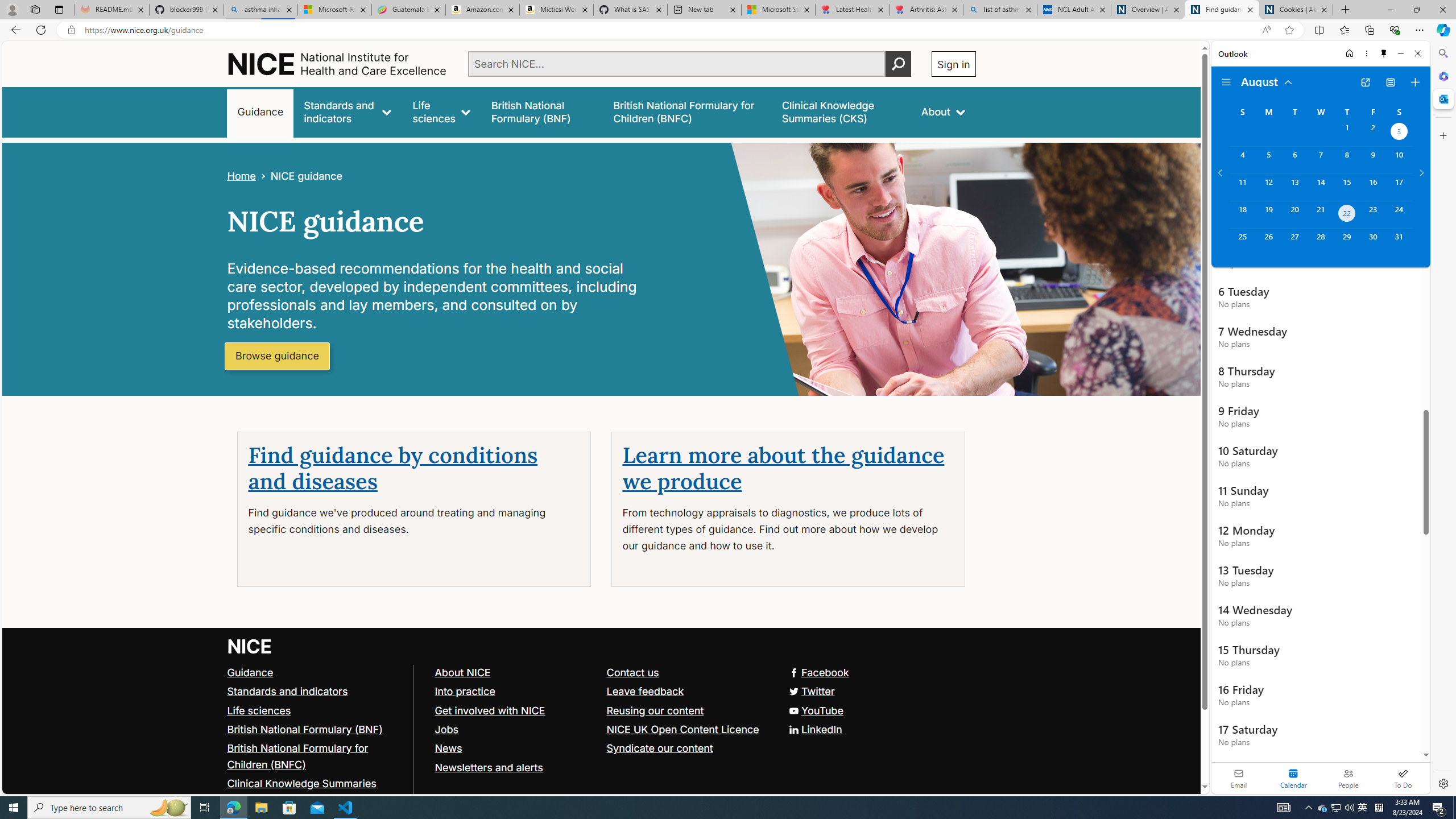  I want to click on 'Friday, August 9, 2024. ', so click(1372, 159).